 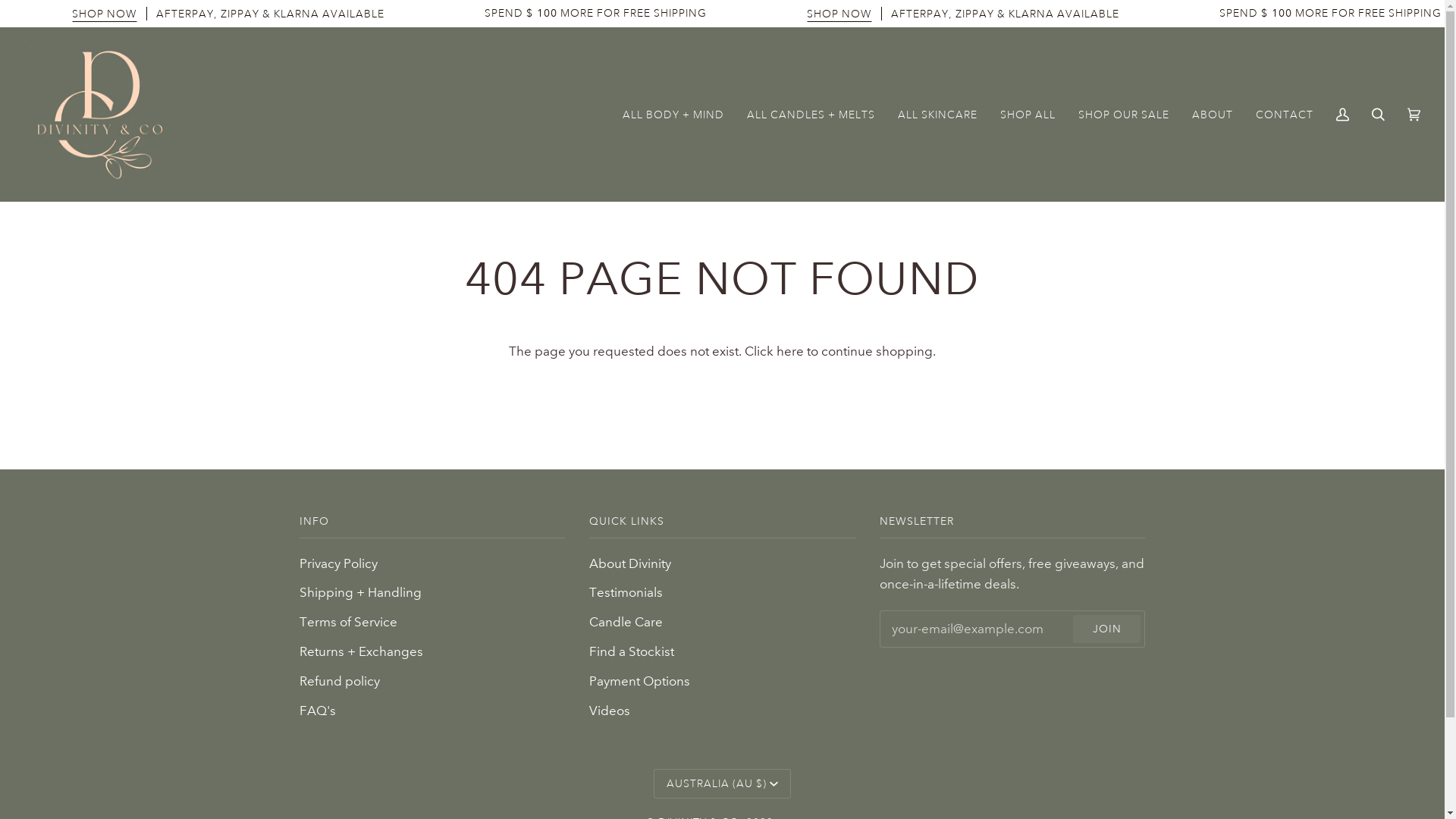 What do you see at coordinates (639, 680) in the screenshot?
I see `'Payment Options'` at bounding box center [639, 680].